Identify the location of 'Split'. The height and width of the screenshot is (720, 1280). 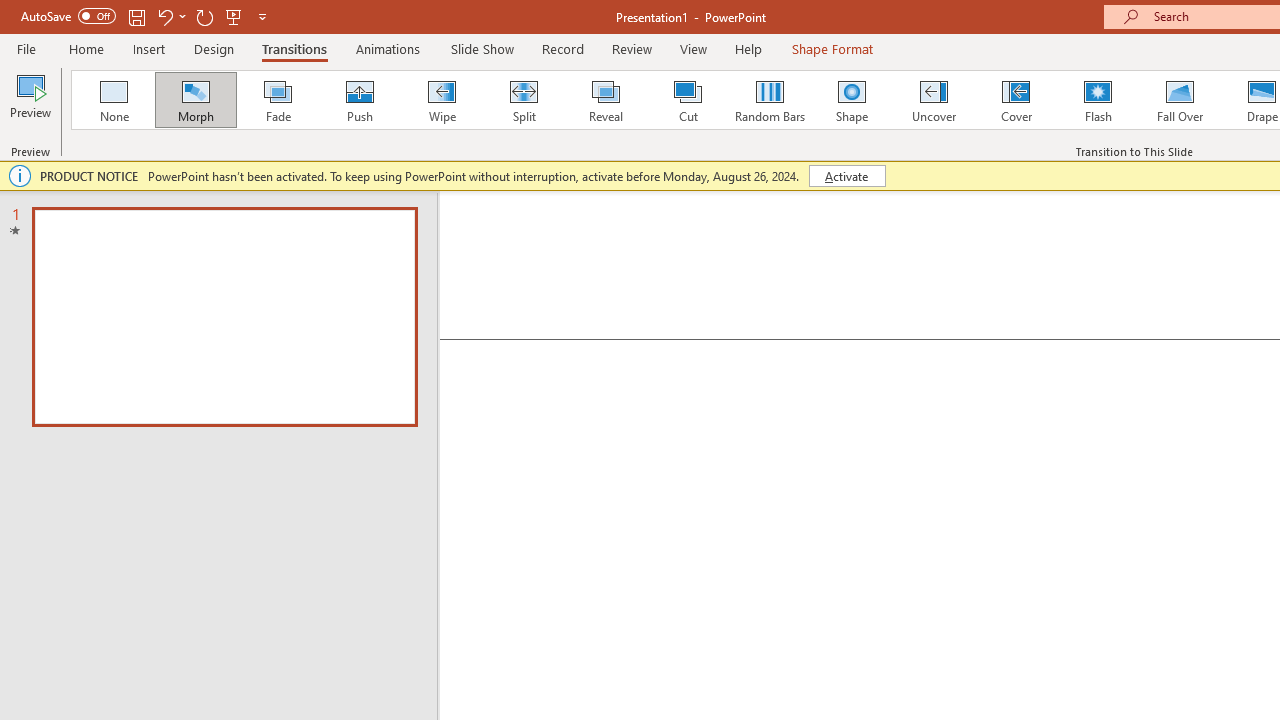
(523, 100).